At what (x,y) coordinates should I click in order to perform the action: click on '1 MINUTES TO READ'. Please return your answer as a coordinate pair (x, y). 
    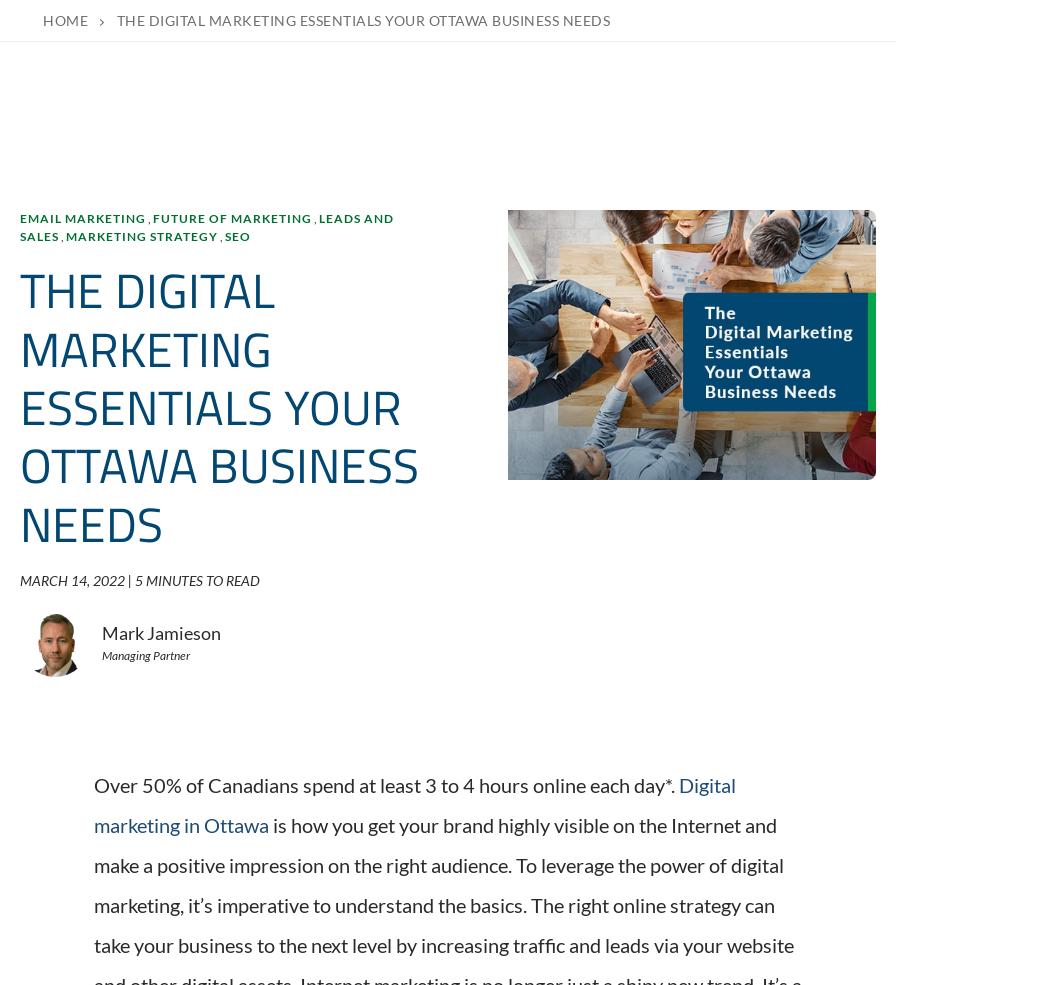
    Looking at the image, I should click on (203, 815).